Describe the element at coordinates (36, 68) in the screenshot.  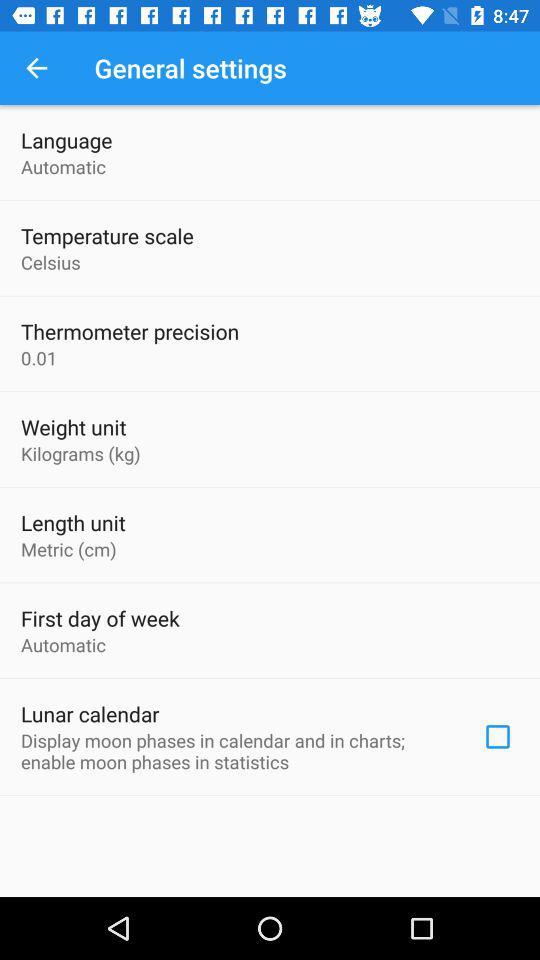
I see `the icon to the left of general settings item` at that location.